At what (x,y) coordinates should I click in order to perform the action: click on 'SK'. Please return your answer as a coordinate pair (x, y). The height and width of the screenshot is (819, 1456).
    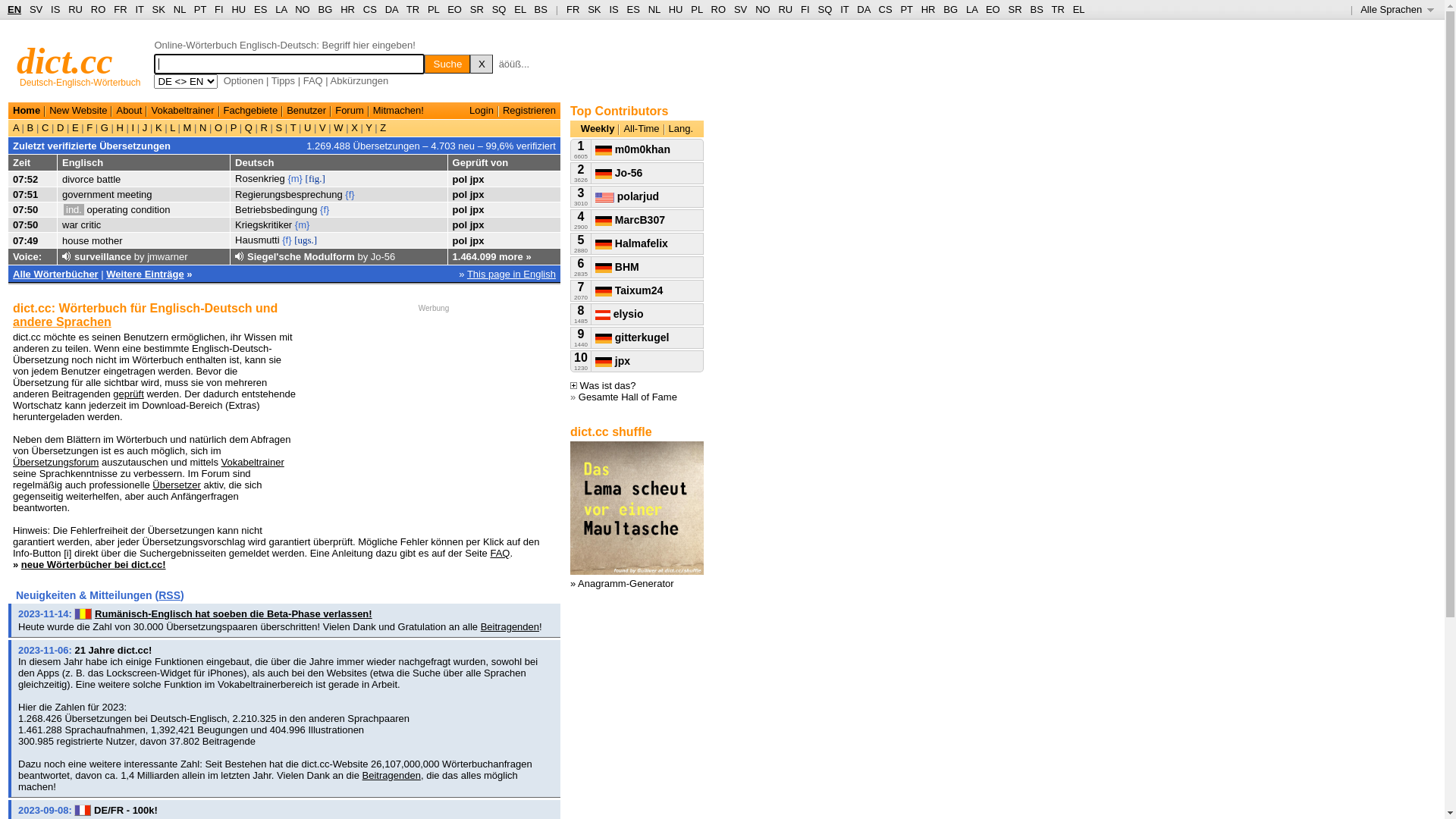
    Looking at the image, I should click on (593, 9).